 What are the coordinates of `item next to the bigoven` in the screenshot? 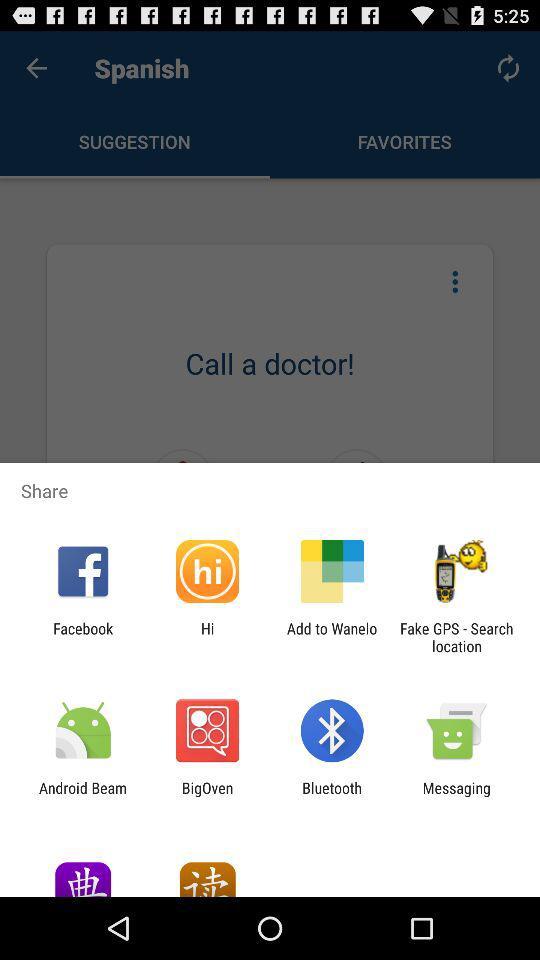 It's located at (332, 796).